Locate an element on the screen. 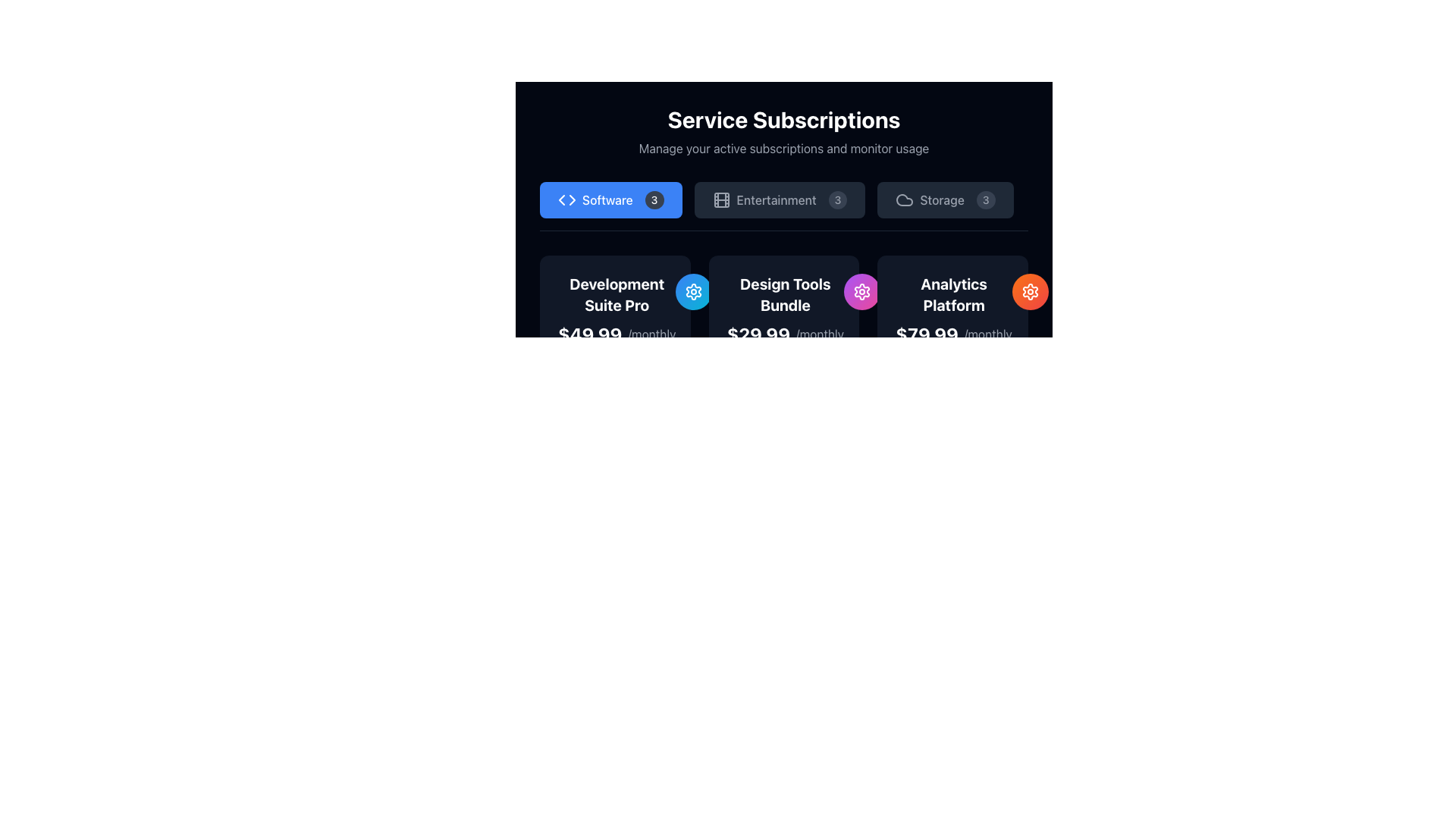 The image size is (1456, 819). the informational text block that states 'Manage your active subscriptions and monitor usage', styled in gray and located beneath the 'Service Subscriptions' header is located at coordinates (783, 149).